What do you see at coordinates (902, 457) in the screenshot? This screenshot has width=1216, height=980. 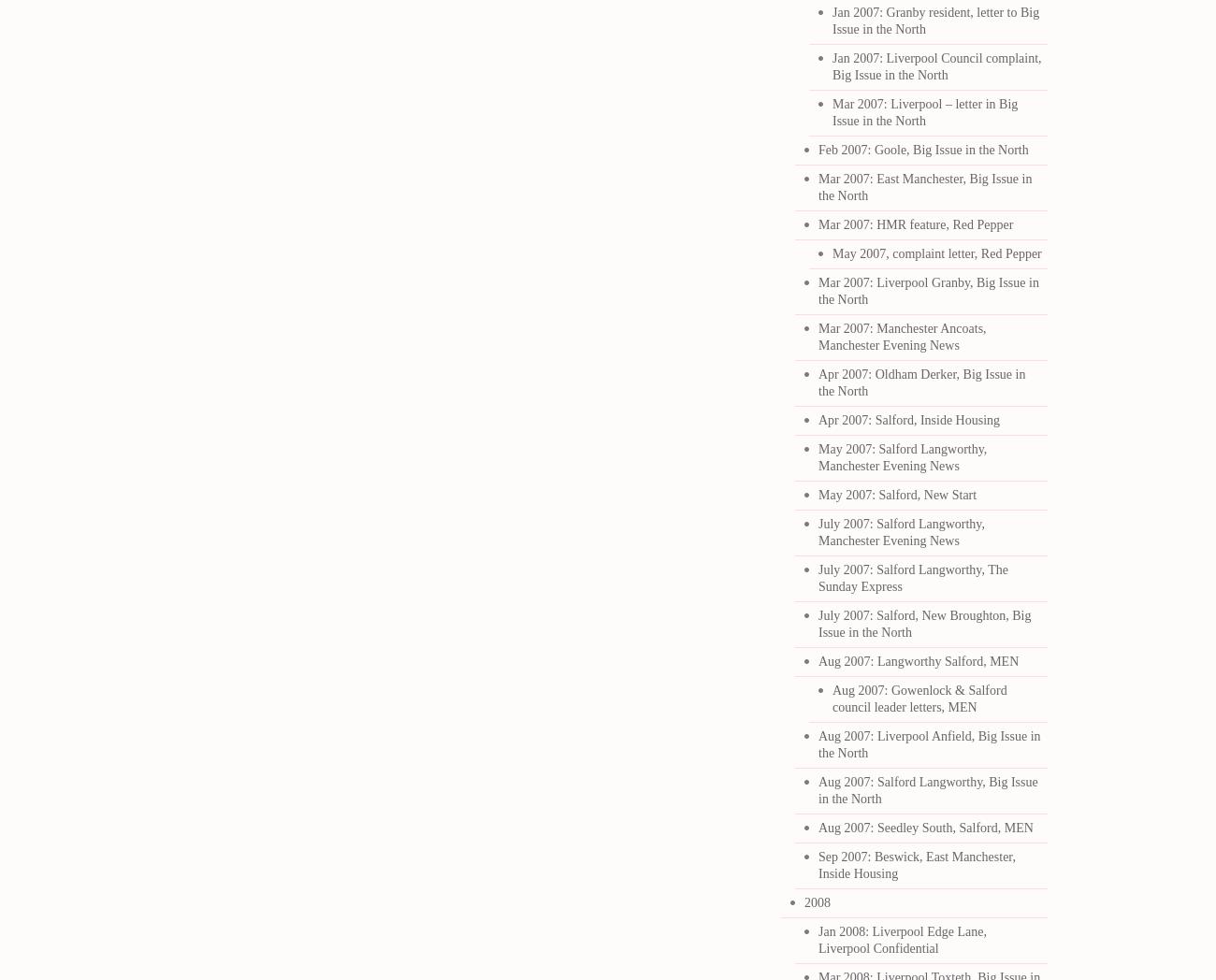 I see `'May 2007: Salford Langworthy, Manchester Evening News'` at bounding box center [902, 457].